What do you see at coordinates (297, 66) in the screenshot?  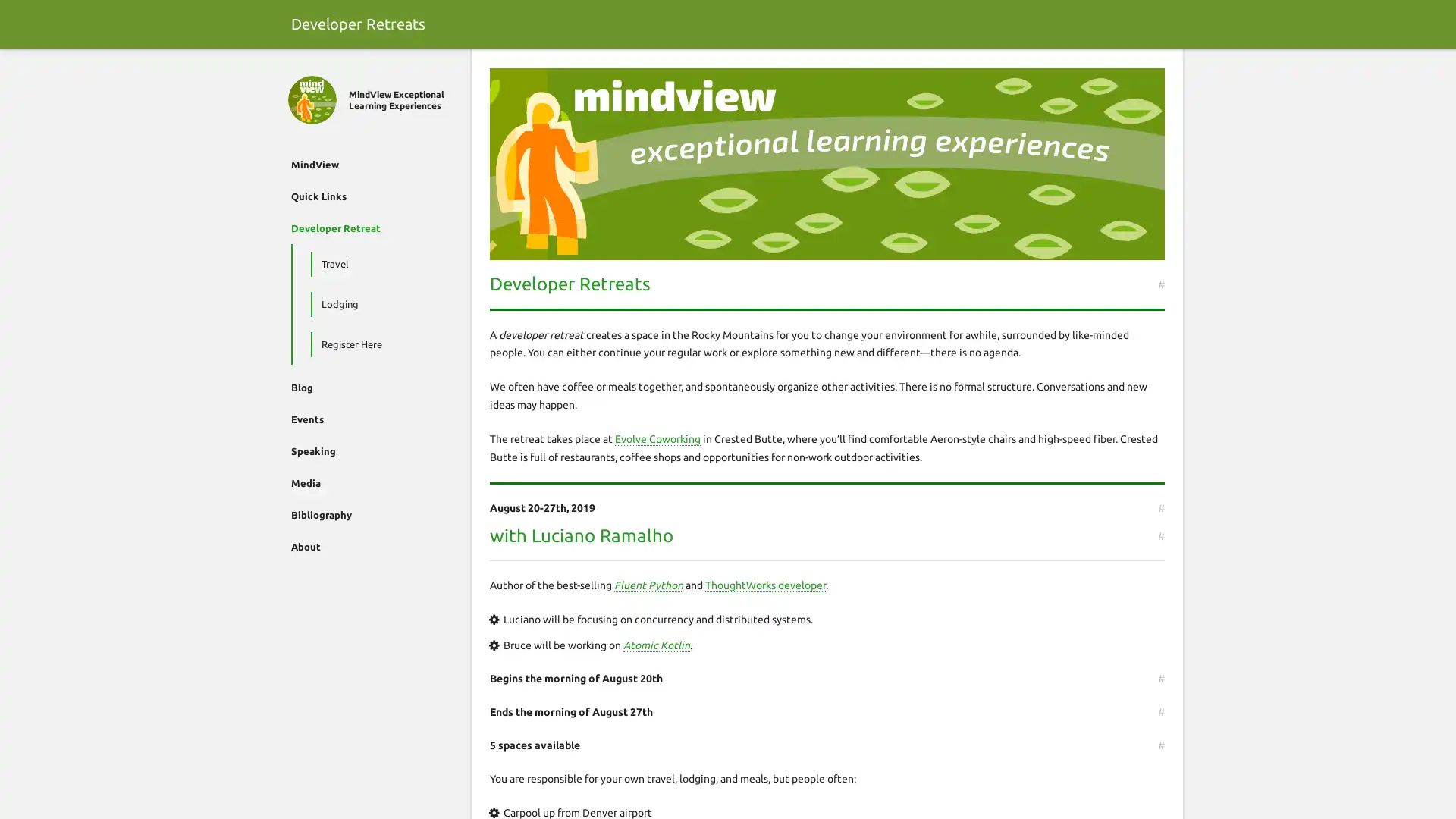 I see `Close` at bounding box center [297, 66].